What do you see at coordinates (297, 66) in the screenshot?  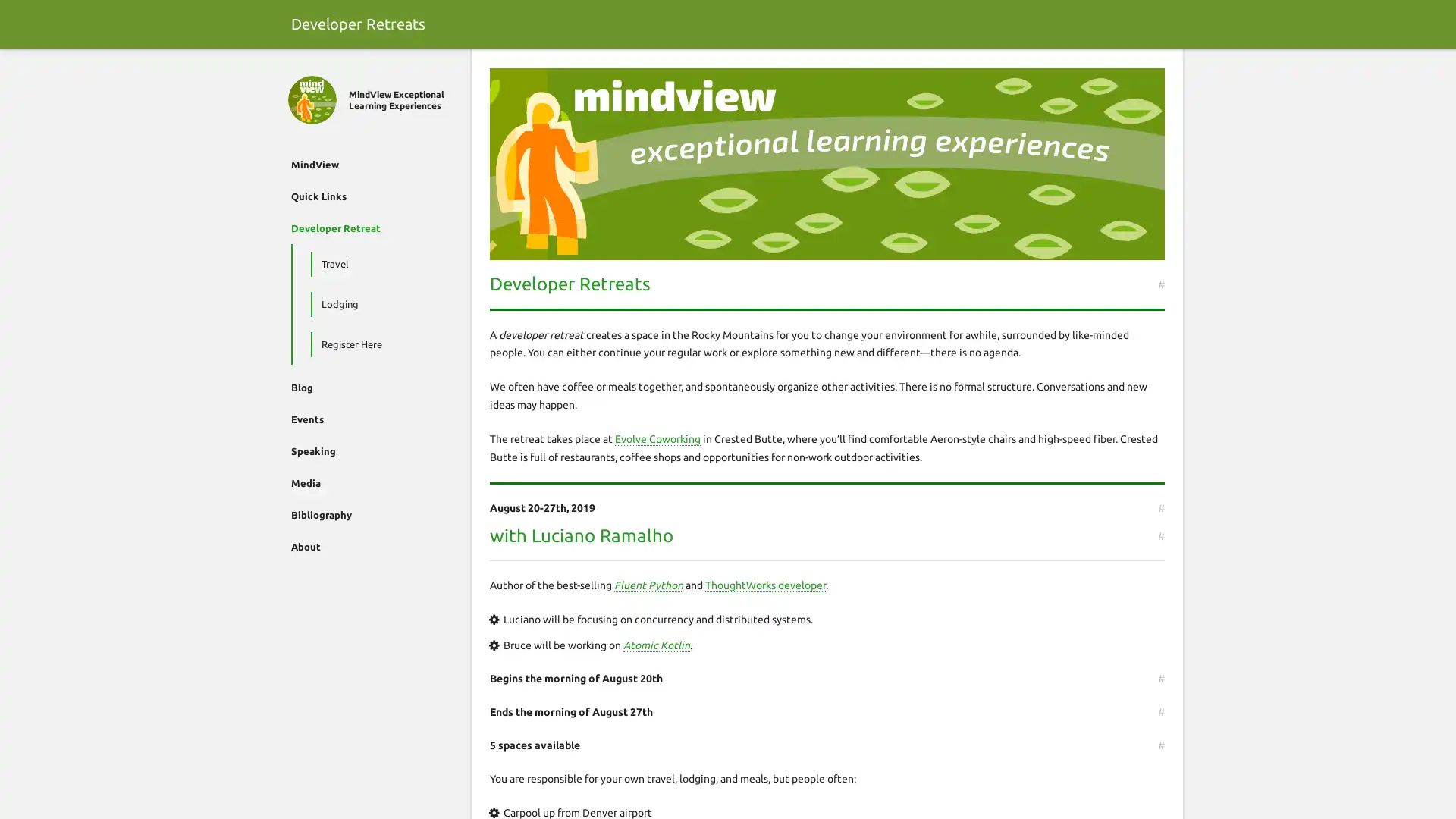 I see `Close` at bounding box center [297, 66].